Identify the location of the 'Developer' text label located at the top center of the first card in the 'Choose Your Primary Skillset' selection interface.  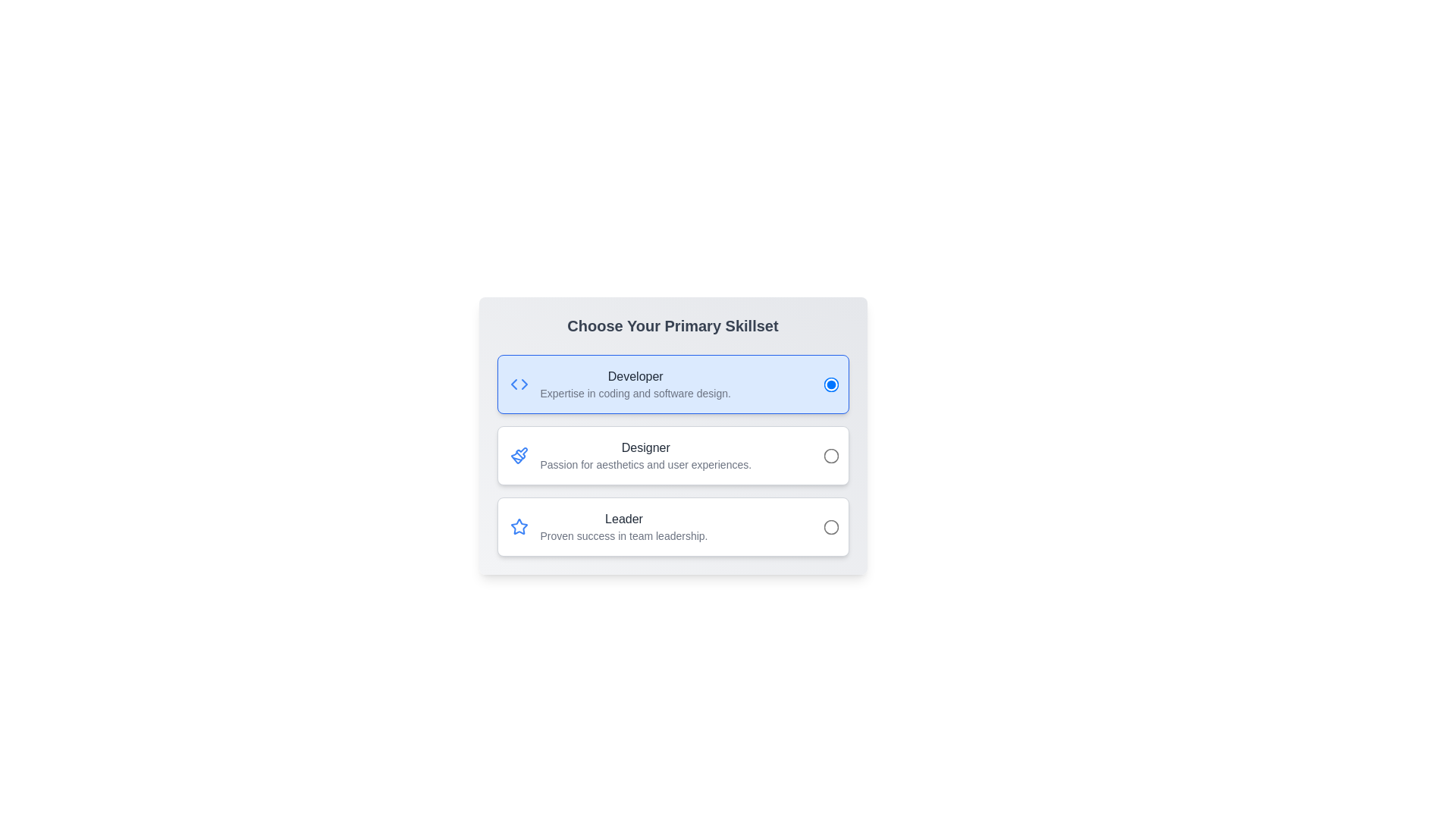
(635, 376).